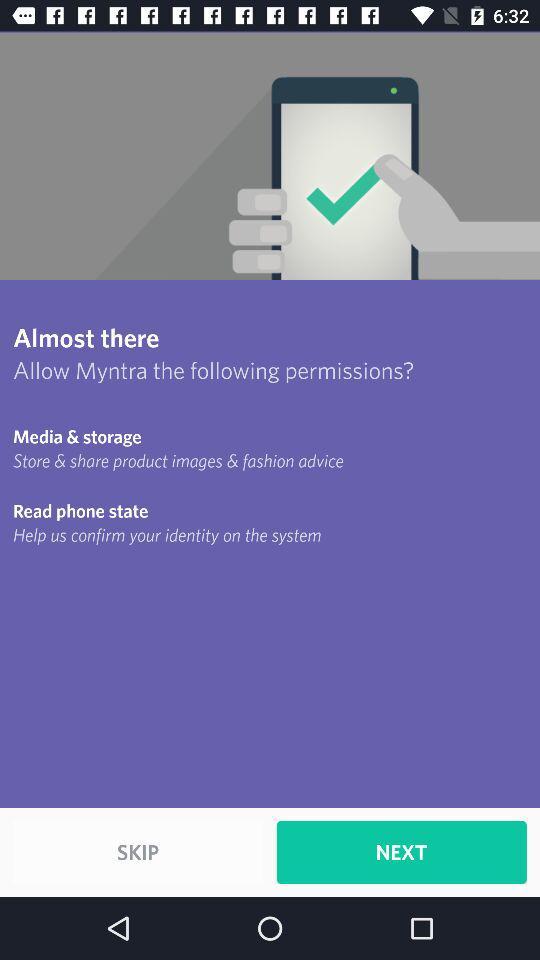  I want to click on the skip item, so click(137, 851).